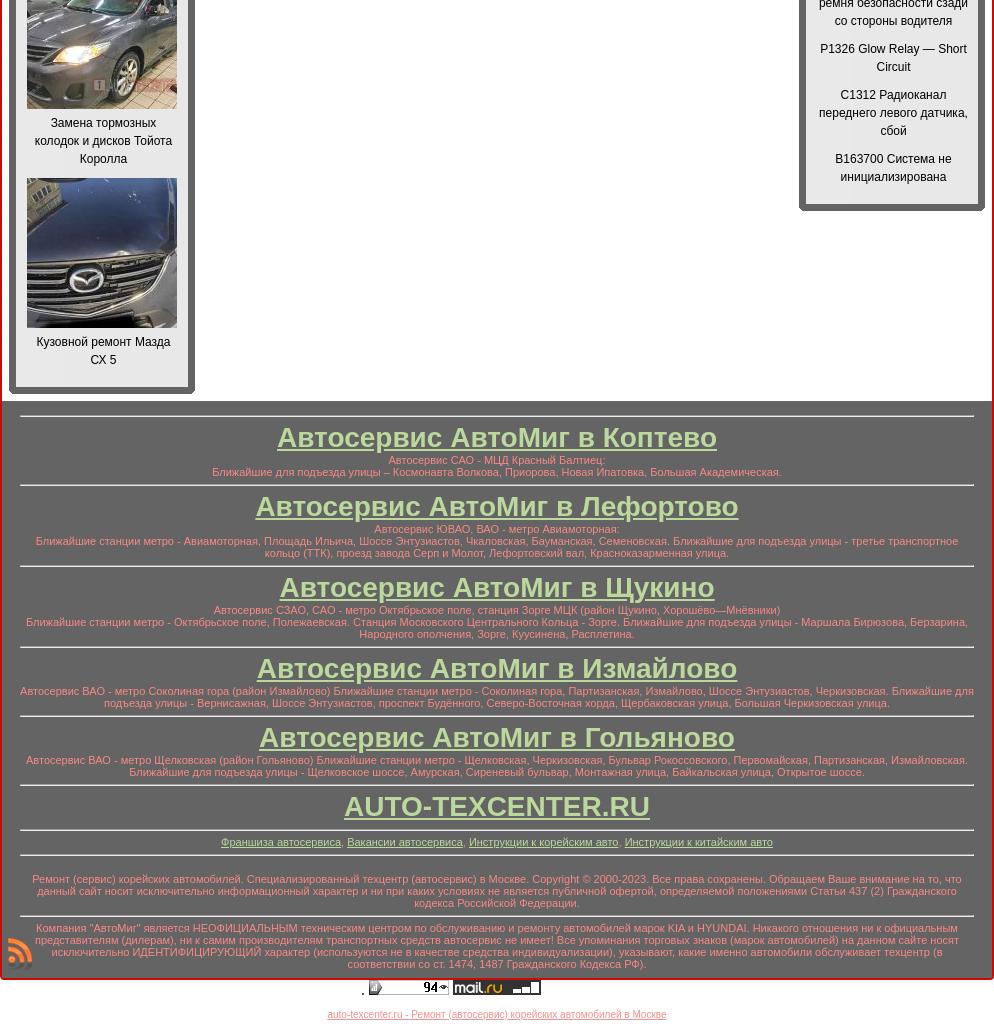  I want to click on 'AUTO-TEXCENTER.RU', so click(343, 805).